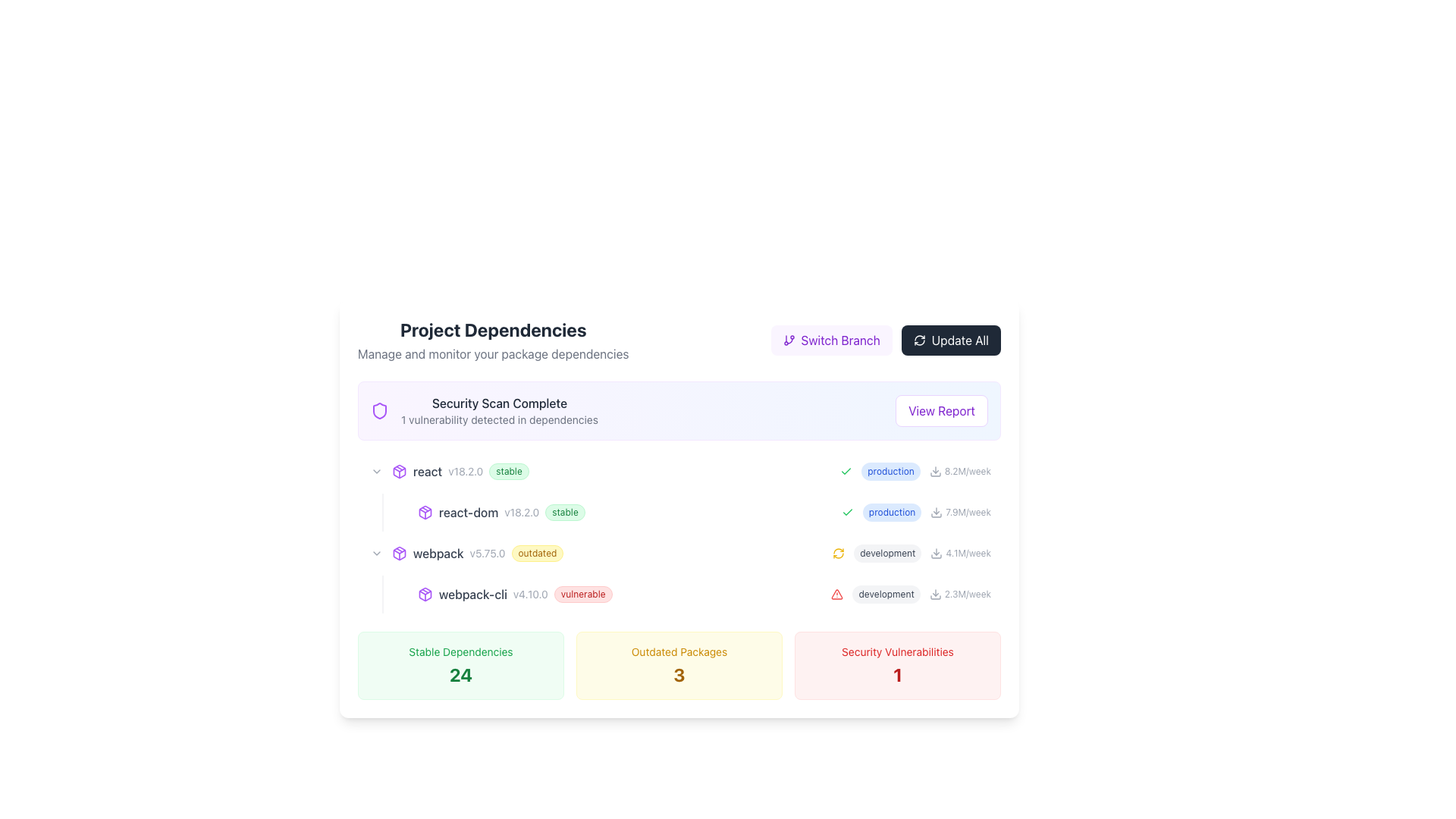  What do you see at coordinates (886, 339) in the screenshot?
I see `the 'Switch Branch' button, which is part of a horizontally aligned group of buttons in the 'Project Dependencies' section` at bounding box center [886, 339].